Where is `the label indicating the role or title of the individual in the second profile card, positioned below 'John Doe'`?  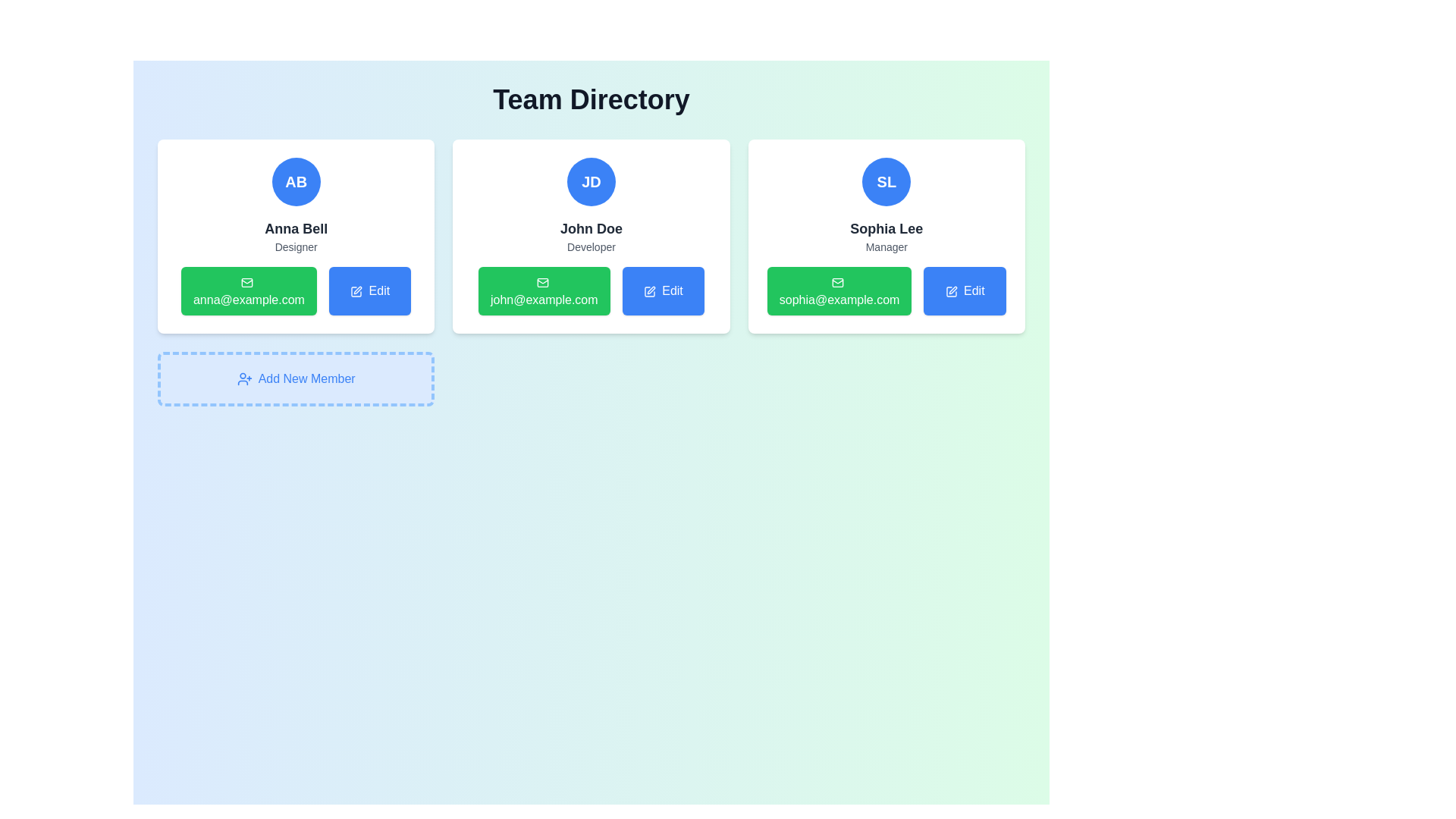
the label indicating the role or title of the individual in the second profile card, positioned below 'John Doe' is located at coordinates (590, 246).